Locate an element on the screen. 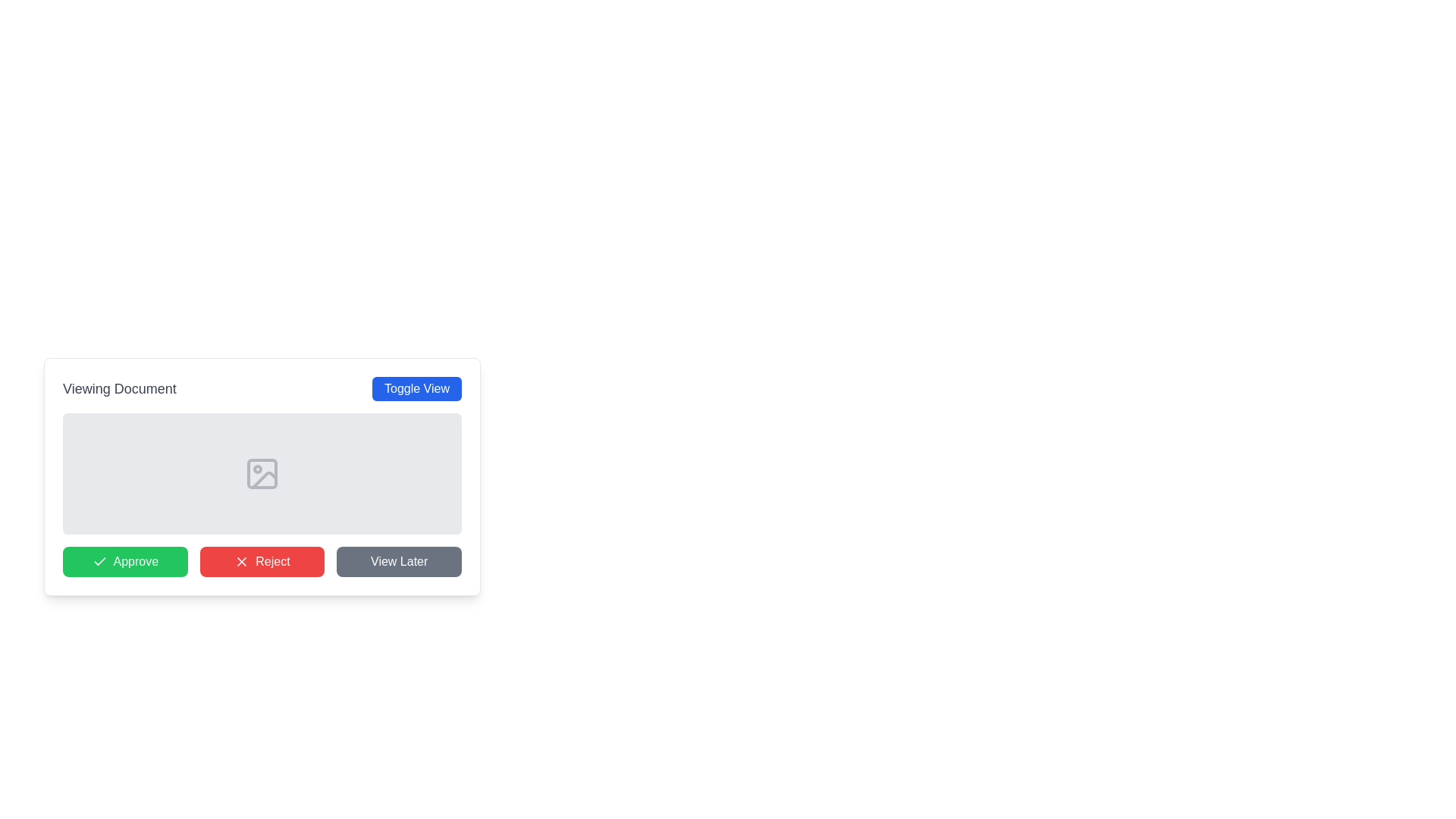 This screenshot has height=819, width=1456. the button with a blue background that toggles the viewing mode of the document, located adjacent to the text 'Viewing Document' is located at coordinates (417, 388).